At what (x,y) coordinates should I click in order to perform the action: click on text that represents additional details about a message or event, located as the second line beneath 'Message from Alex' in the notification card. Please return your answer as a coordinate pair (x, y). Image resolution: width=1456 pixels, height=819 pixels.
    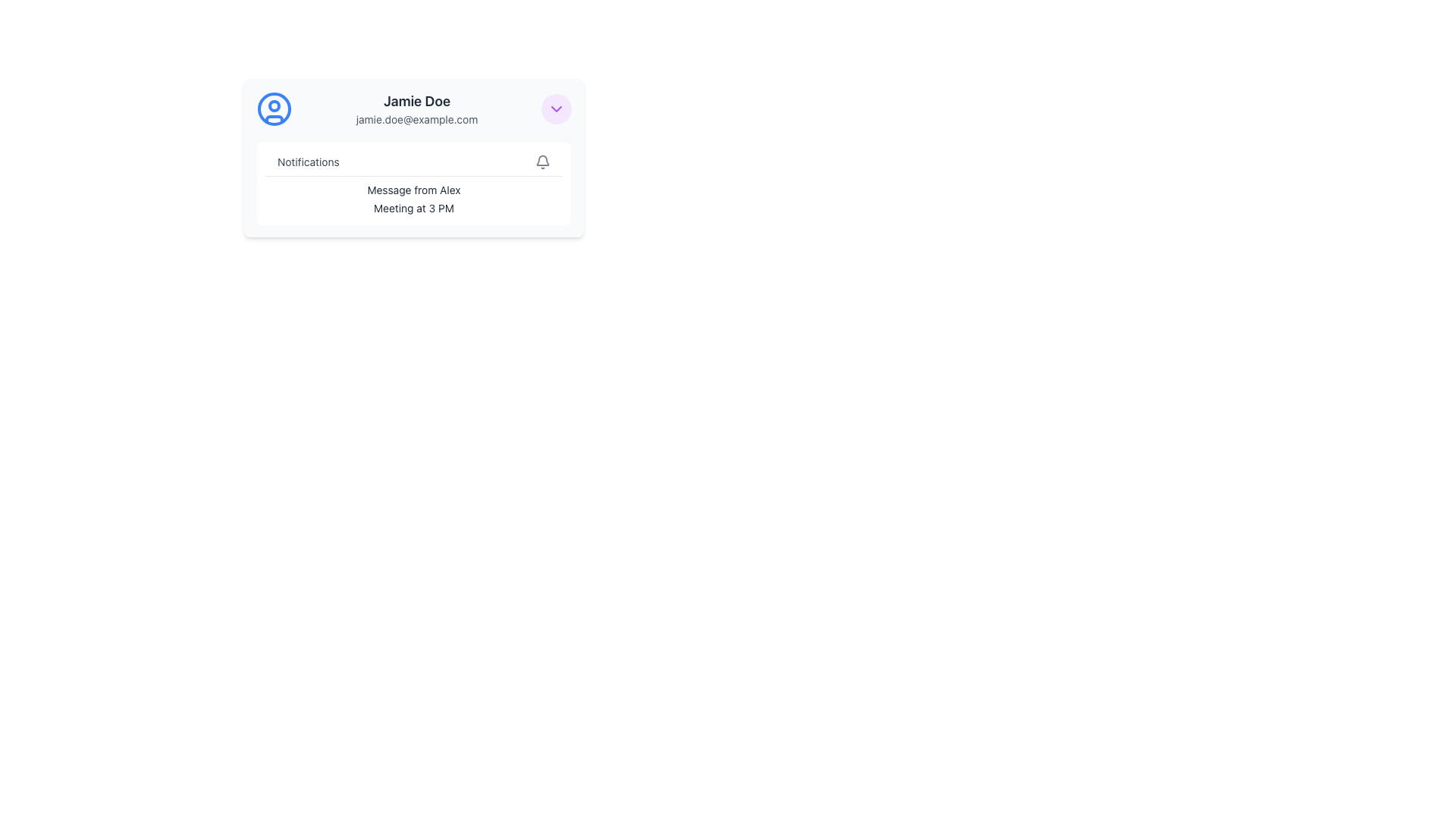
    Looking at the image, I should click on (414, 208).